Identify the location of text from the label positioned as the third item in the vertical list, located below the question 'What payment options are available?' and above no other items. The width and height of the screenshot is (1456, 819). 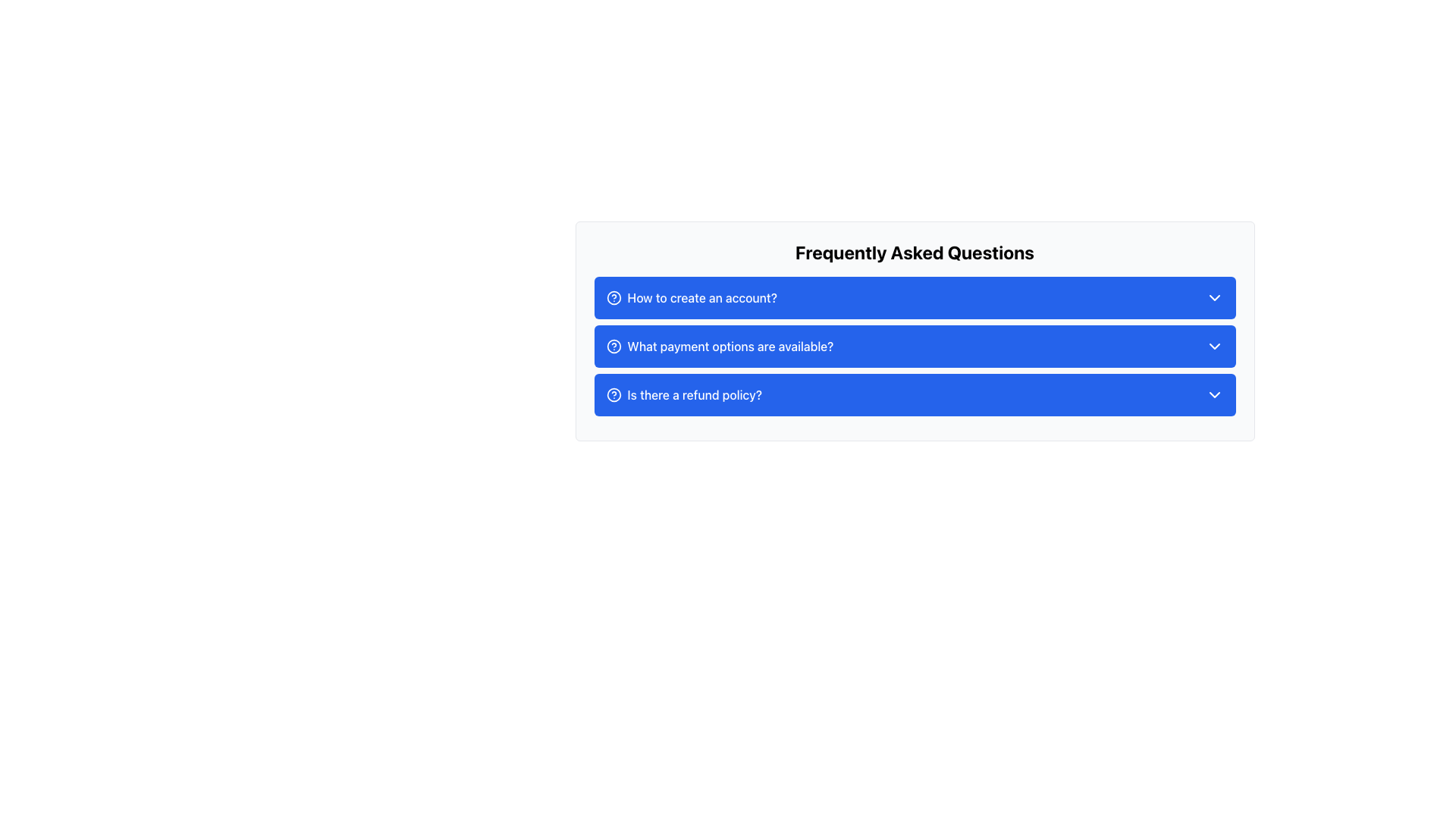
(694, 394).